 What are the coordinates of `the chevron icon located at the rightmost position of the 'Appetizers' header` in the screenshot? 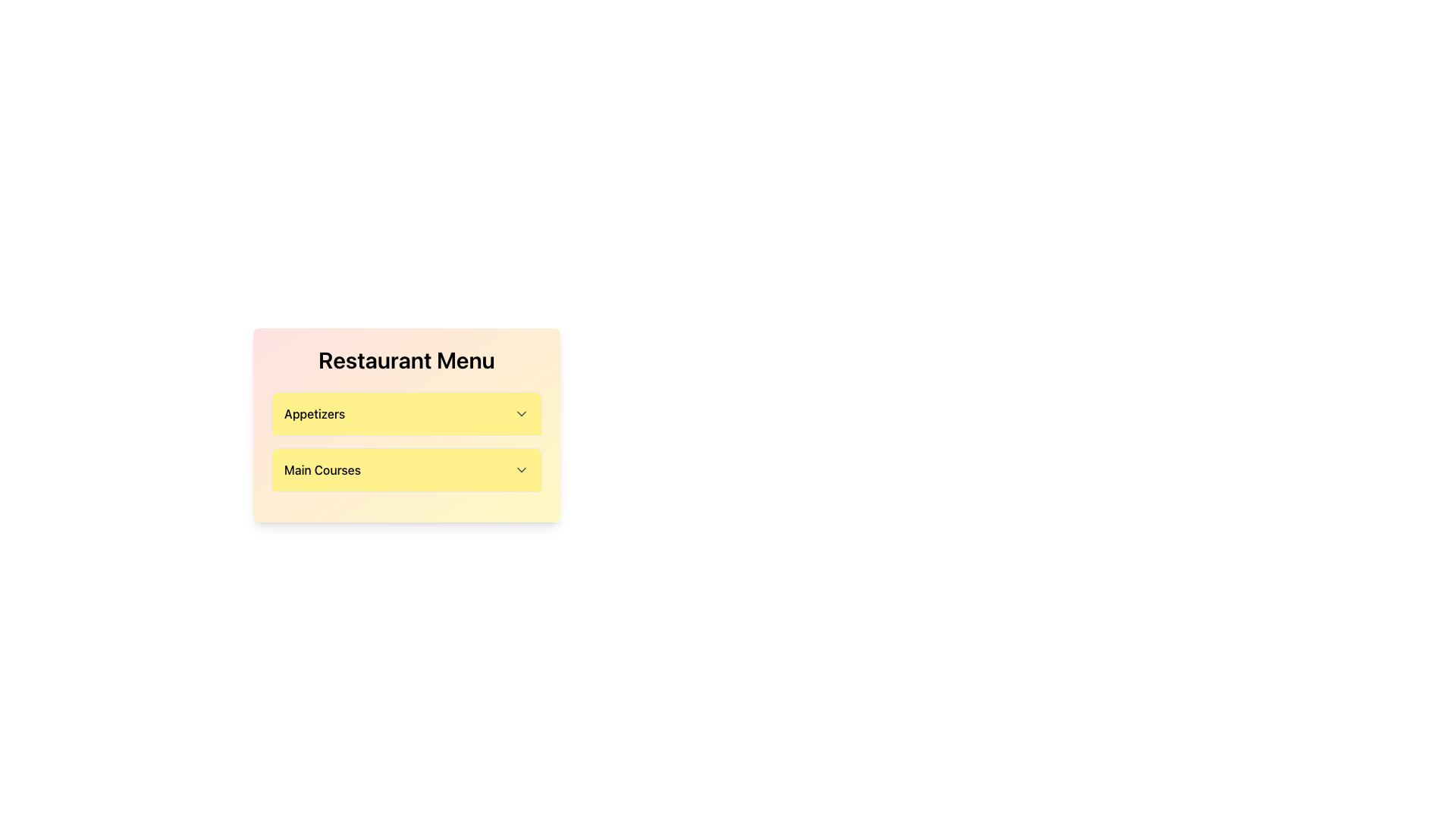 It's located at (521, 414).